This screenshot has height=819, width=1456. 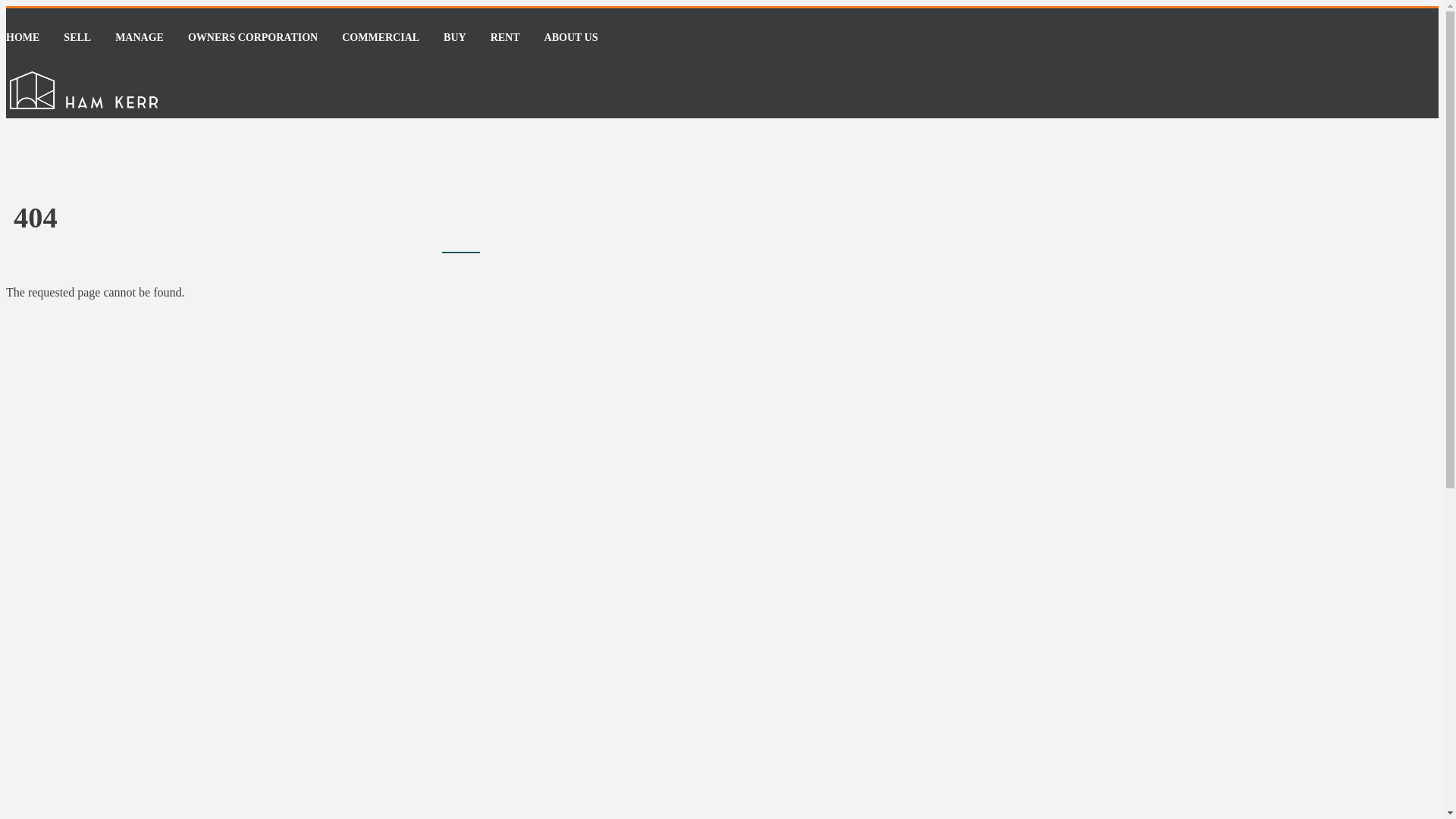 I want to click on 'MANAGE', so click(x=139, y=37).